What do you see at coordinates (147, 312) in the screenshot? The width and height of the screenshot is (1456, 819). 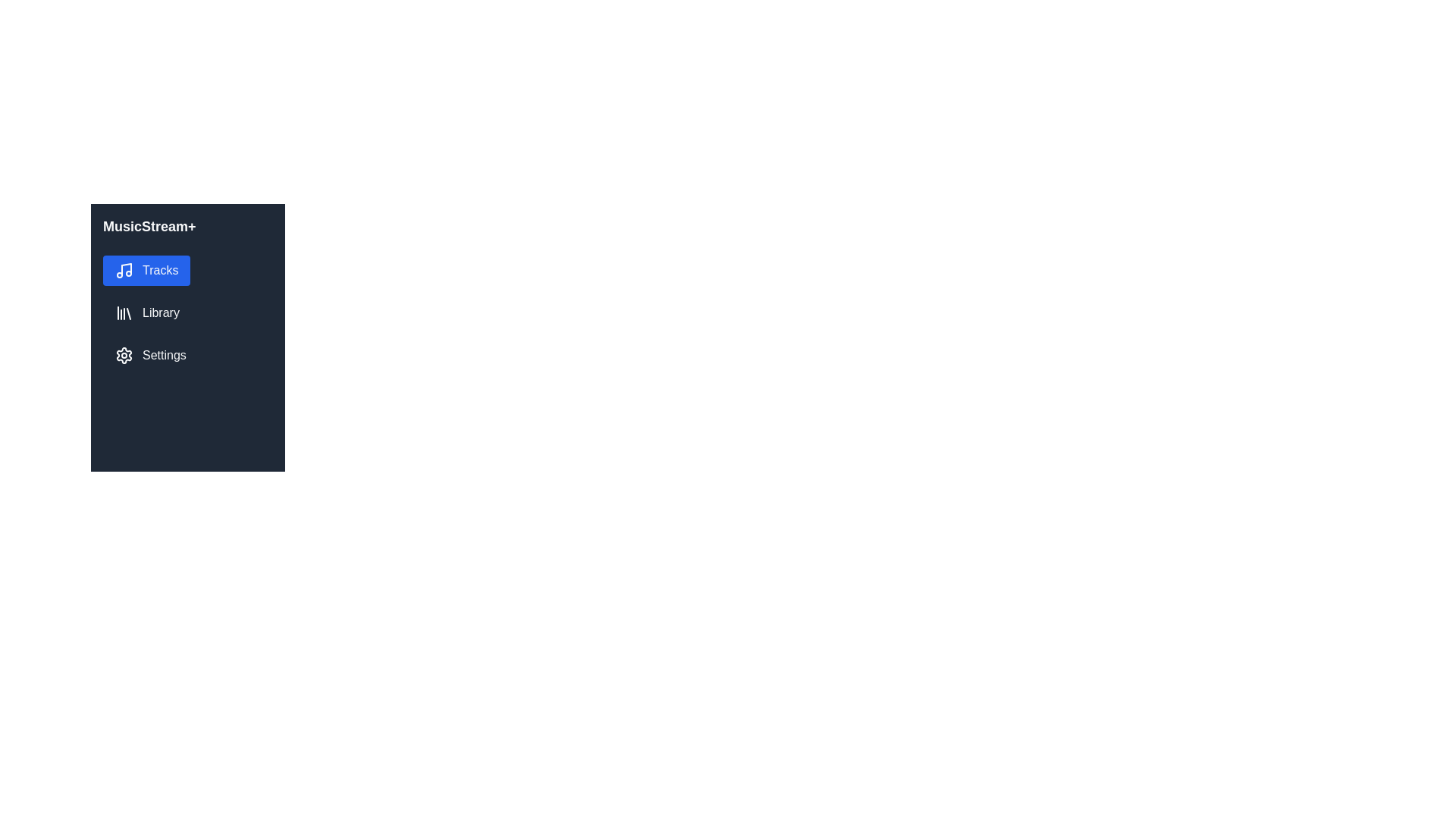 I see `the 'Library' navigation button located in the sidebar 'MusicStream+', positioned below the 'Tracks' menu item and above the 'Settings' menu item` at bounding box center [147, 312].